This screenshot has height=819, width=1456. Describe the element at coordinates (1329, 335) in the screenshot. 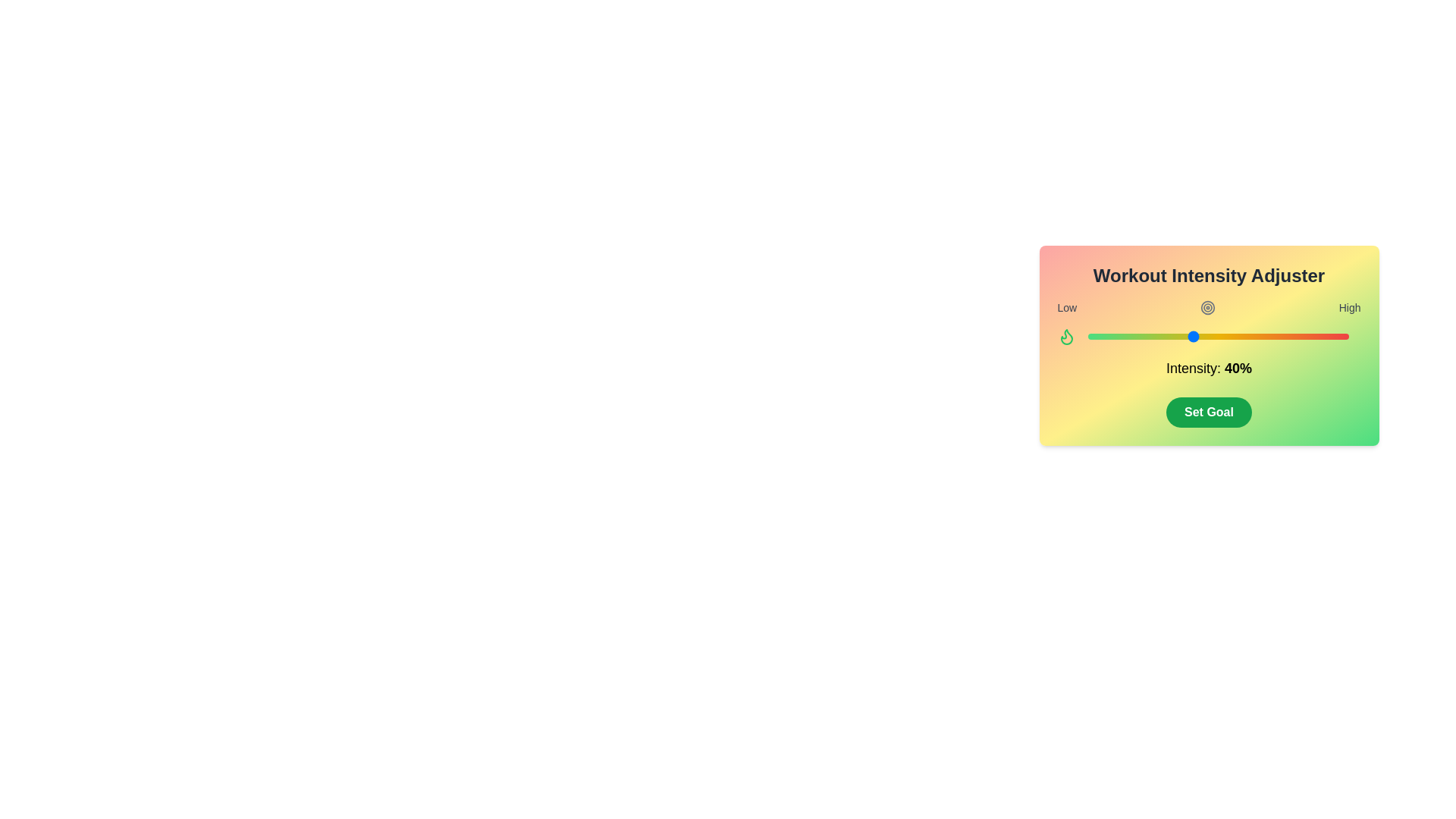

I see `the intensity slider to set the intensity to 93%` at that location.